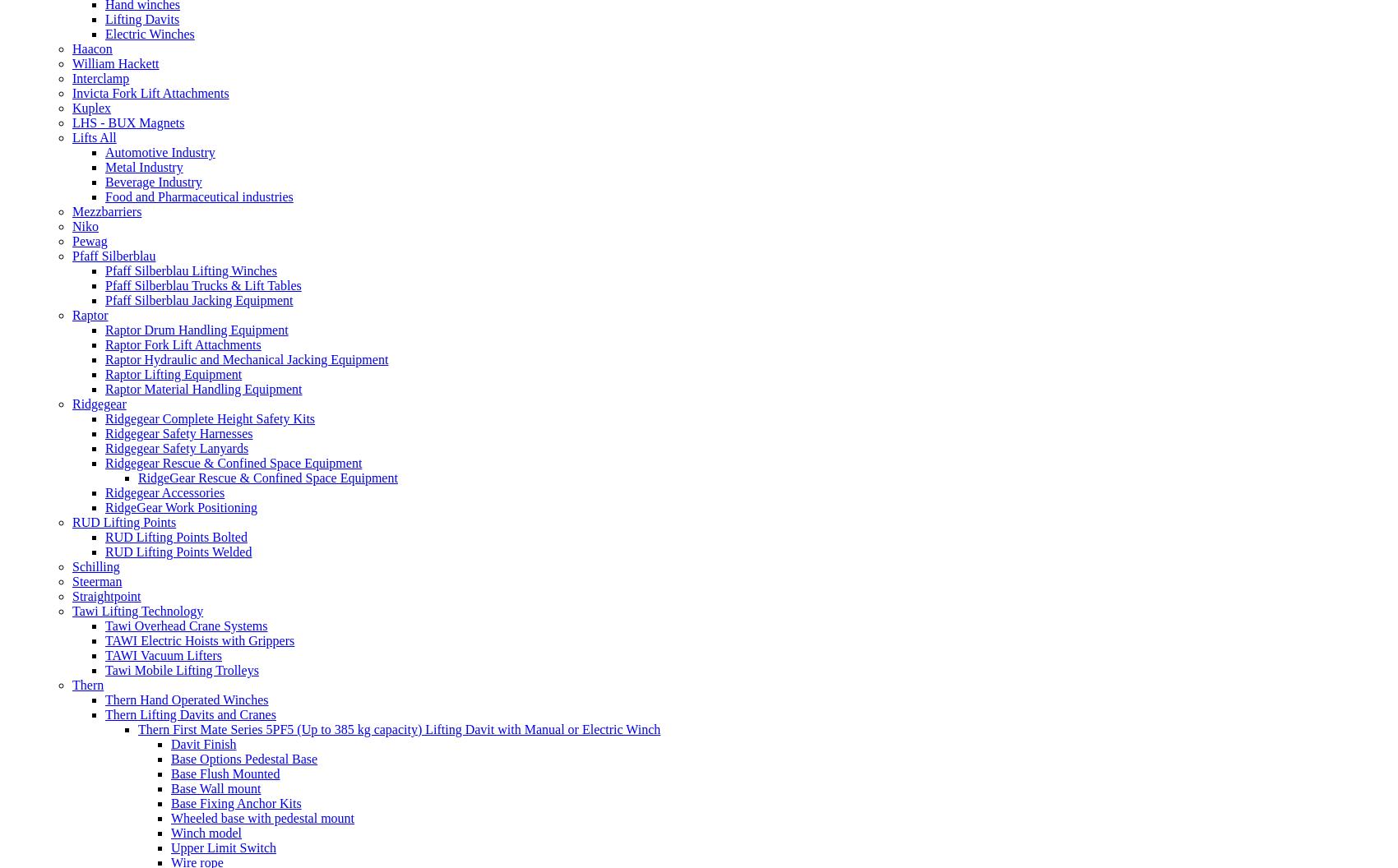 The height and width of the screenshot is (868, 1398). What do you see at coordinates (106, 210) in the screenshot?
I see `'Mezzbarriers'` at bounding box center [106, 210].